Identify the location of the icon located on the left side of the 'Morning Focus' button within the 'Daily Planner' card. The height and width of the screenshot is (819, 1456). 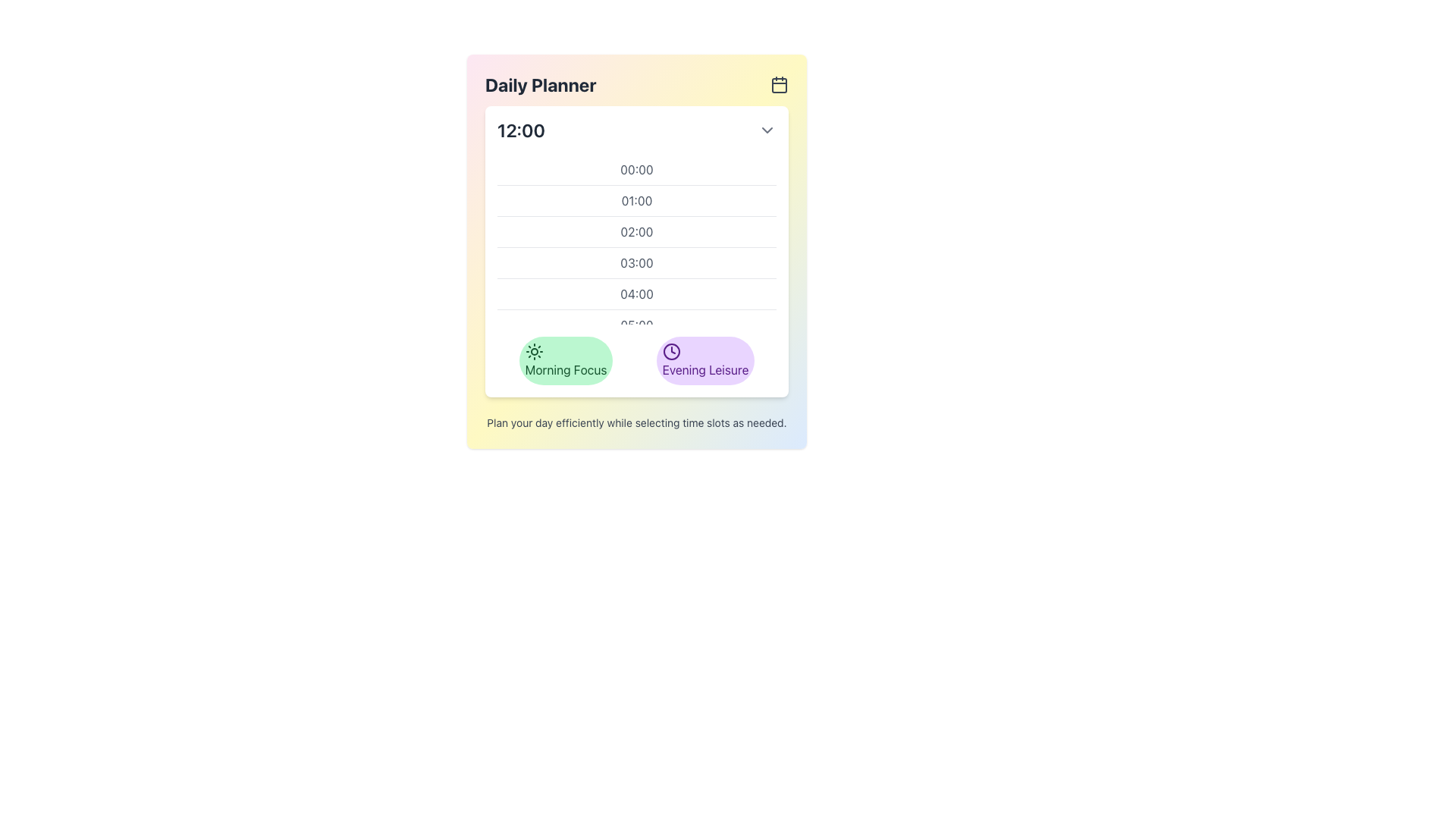
(534, 351).